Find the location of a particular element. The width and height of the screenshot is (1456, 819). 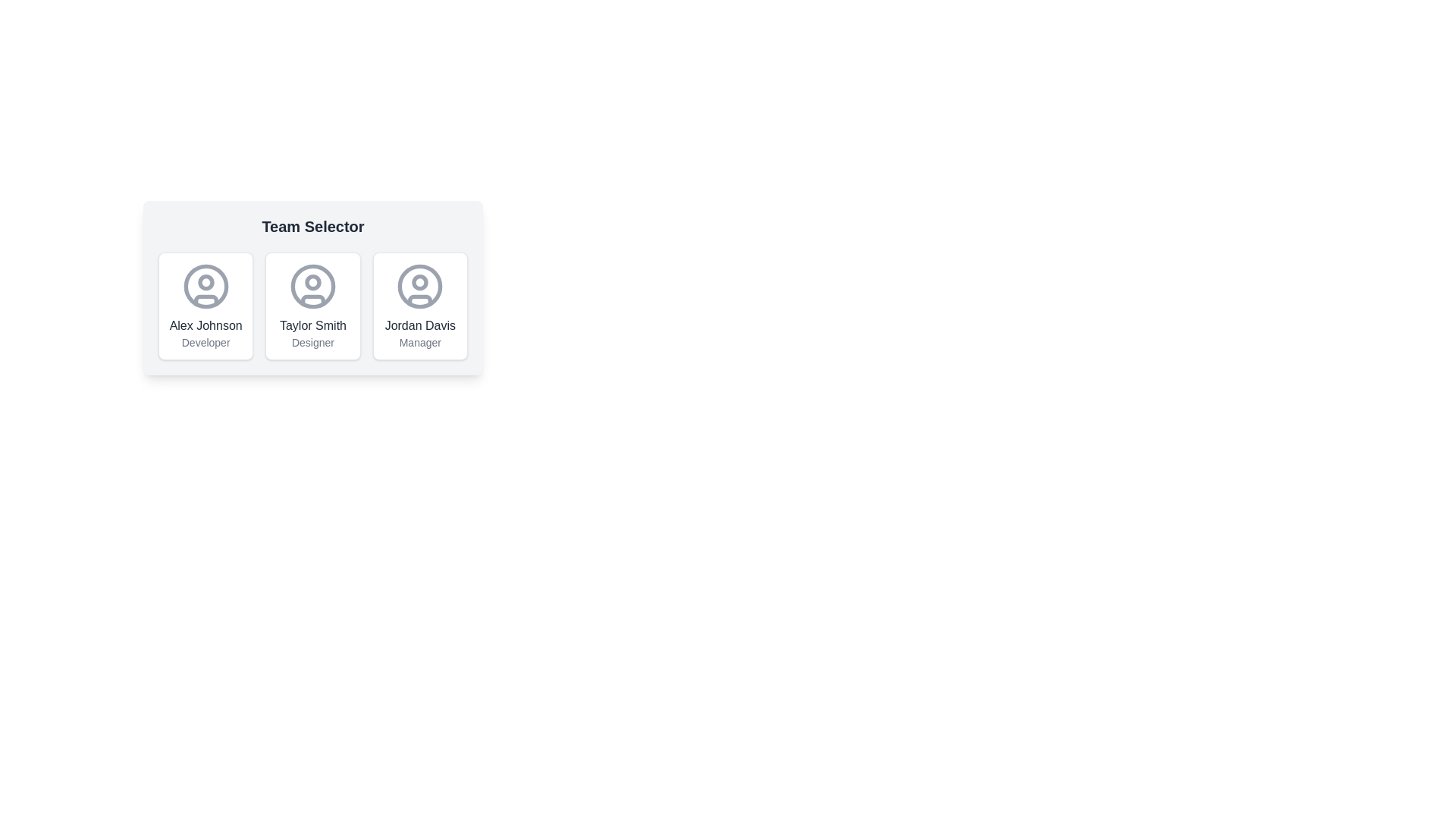

the graphical icon representing the selected user profile in the team selector interface, located in the middle user profile card is located at coordinates (312, 287).